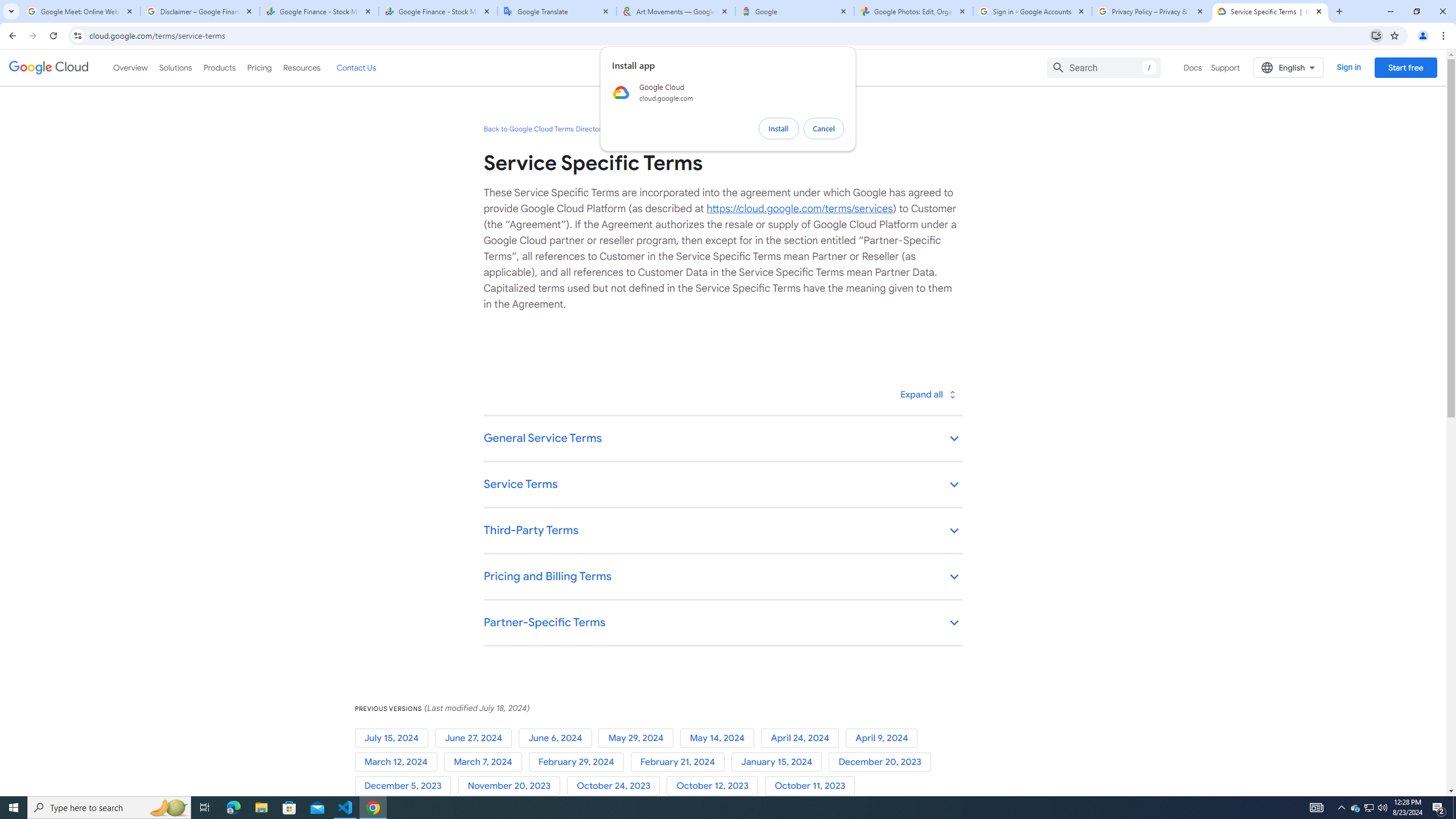  Describe the element at coordinates (721, 738) in the screenshot. I see `'May 14, 2024'` at that location.